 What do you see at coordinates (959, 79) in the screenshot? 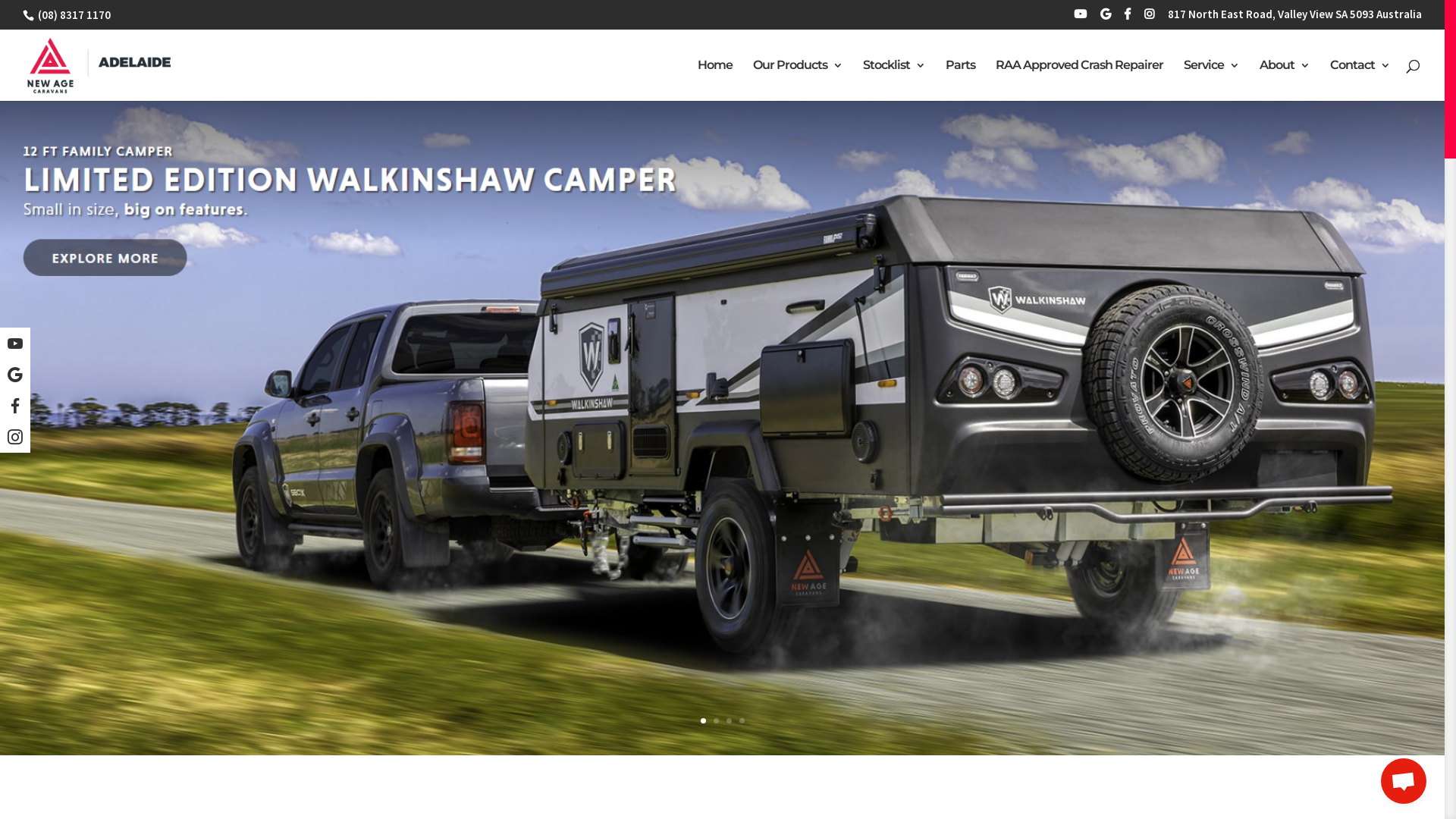
I see `'Parts'` at bounding box center [959, 79].